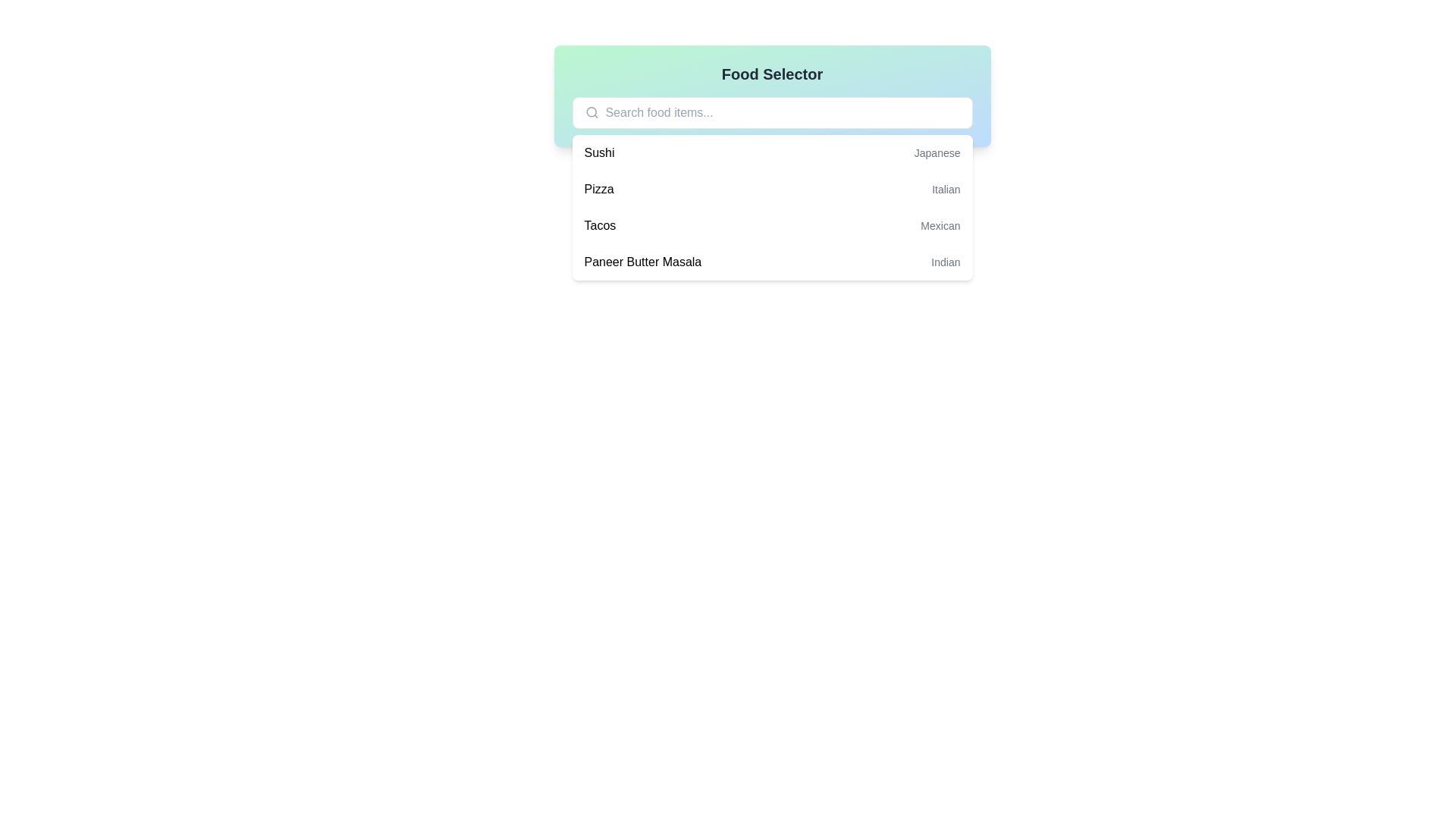 The height and width of the screenshot is (819, 1456). What do you see at coordinates (772, 225) in the screenshot?
I see `the third list item in the dropdown menu that displays a food item and its category` at bounding box center [772, 225].